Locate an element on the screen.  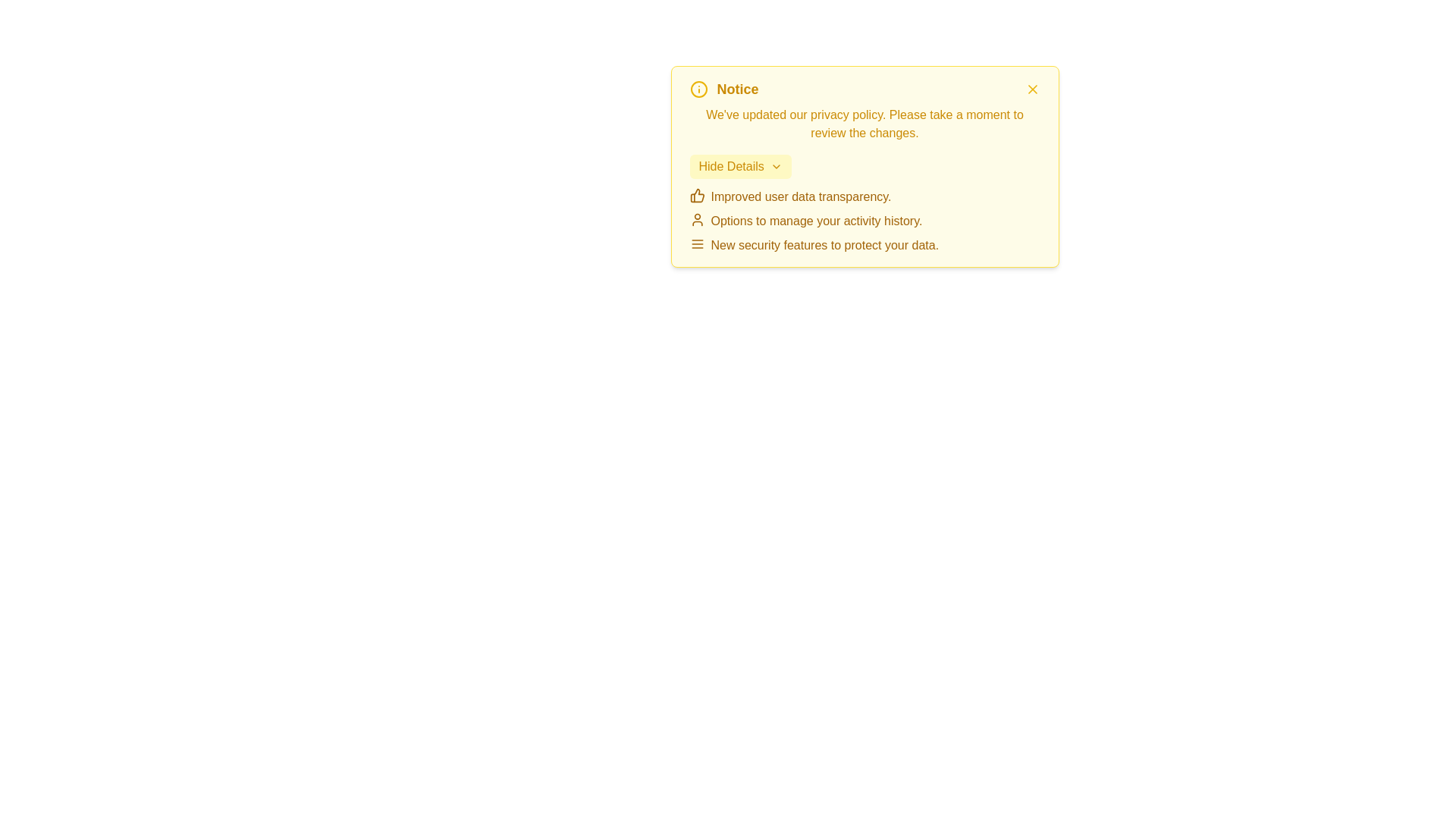
the button used to hide or collapse the details section of the notification box, which is located below the privacy policy update text and above the bullet-pointed list is located at coordinates (740, 166).